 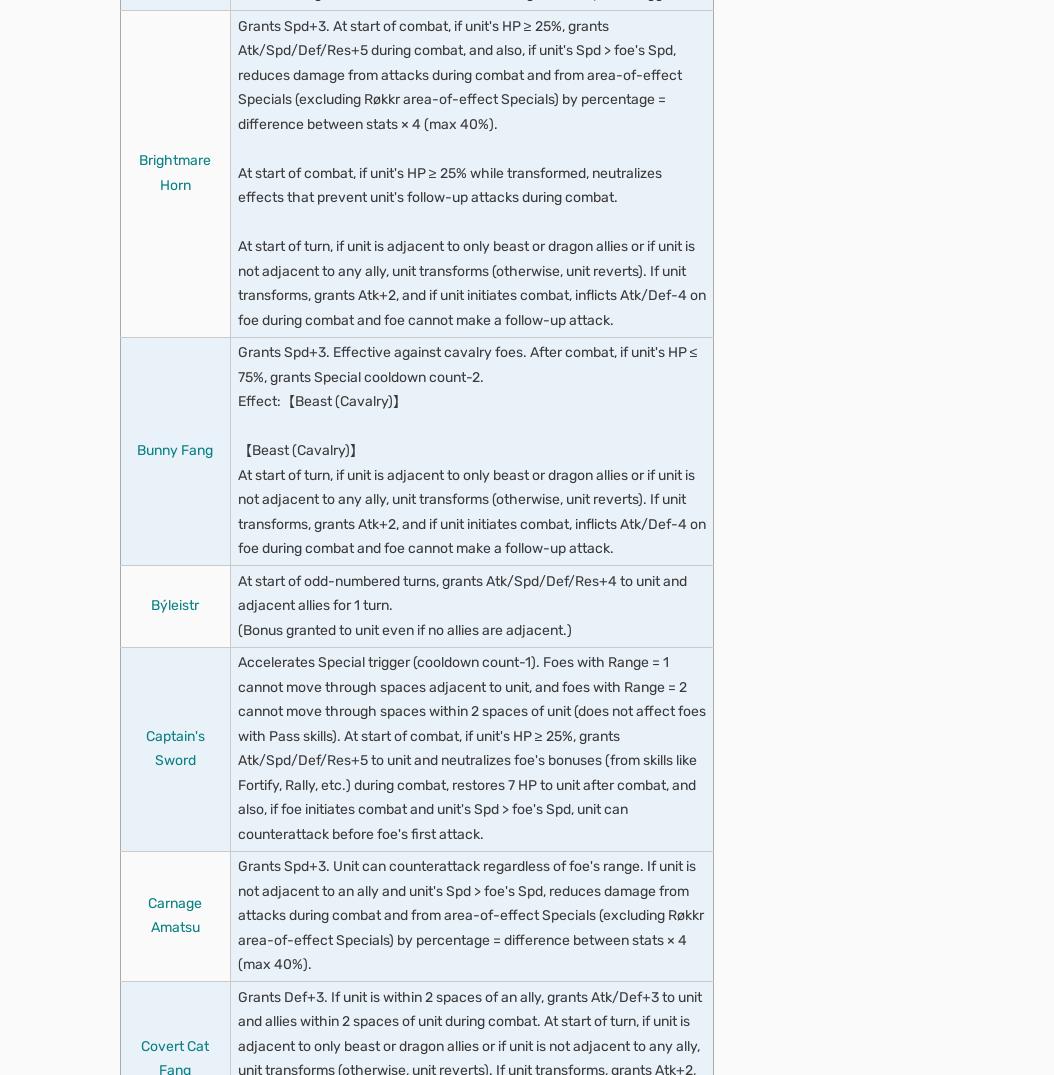 I want to click on 'At start of turn, if unit is not adjacent to an ally, grants Spd/Res+6 to unit for 1 turn.', so click(x=473, y=322).